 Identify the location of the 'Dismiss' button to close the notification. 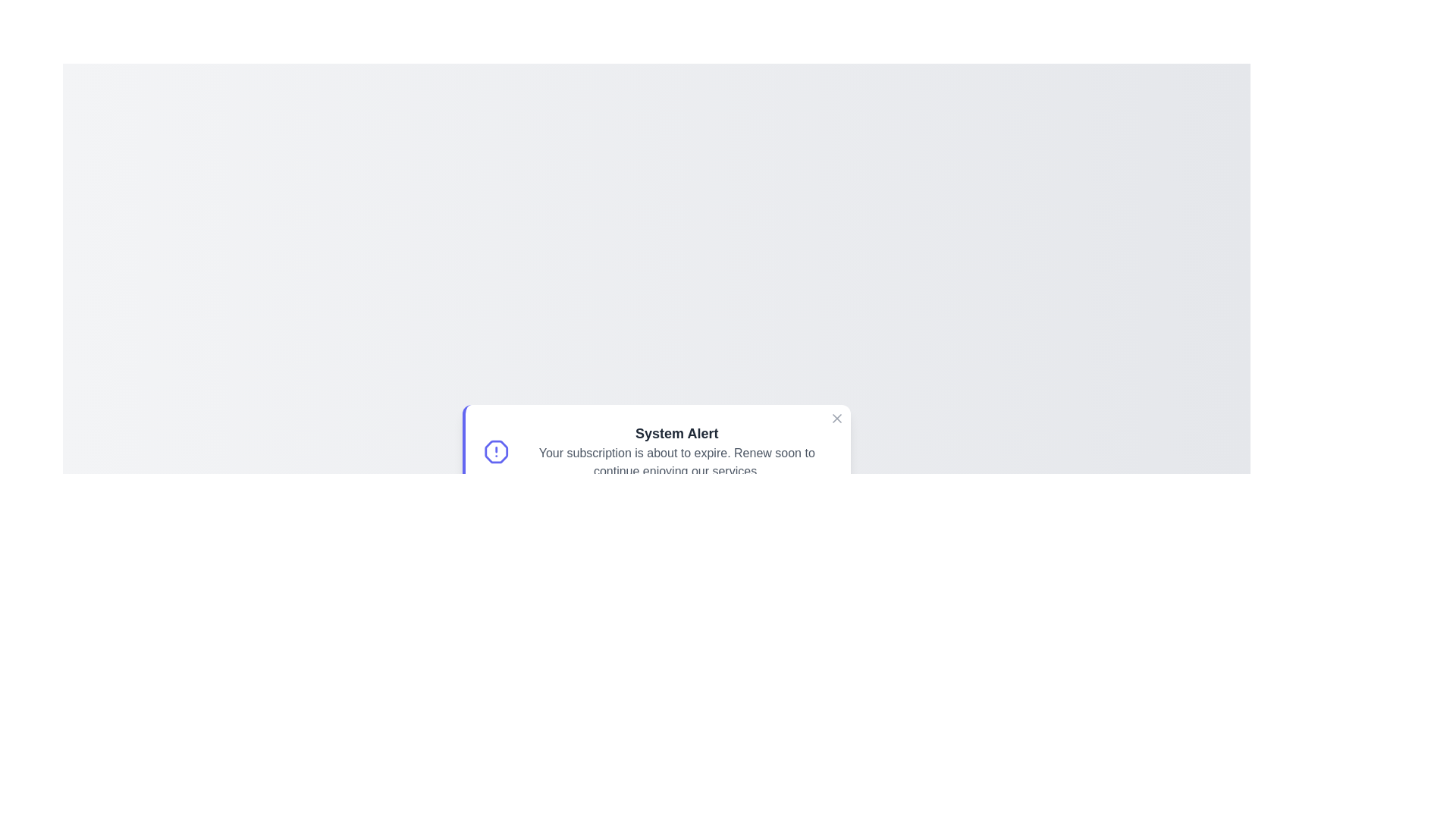
(799, 508).